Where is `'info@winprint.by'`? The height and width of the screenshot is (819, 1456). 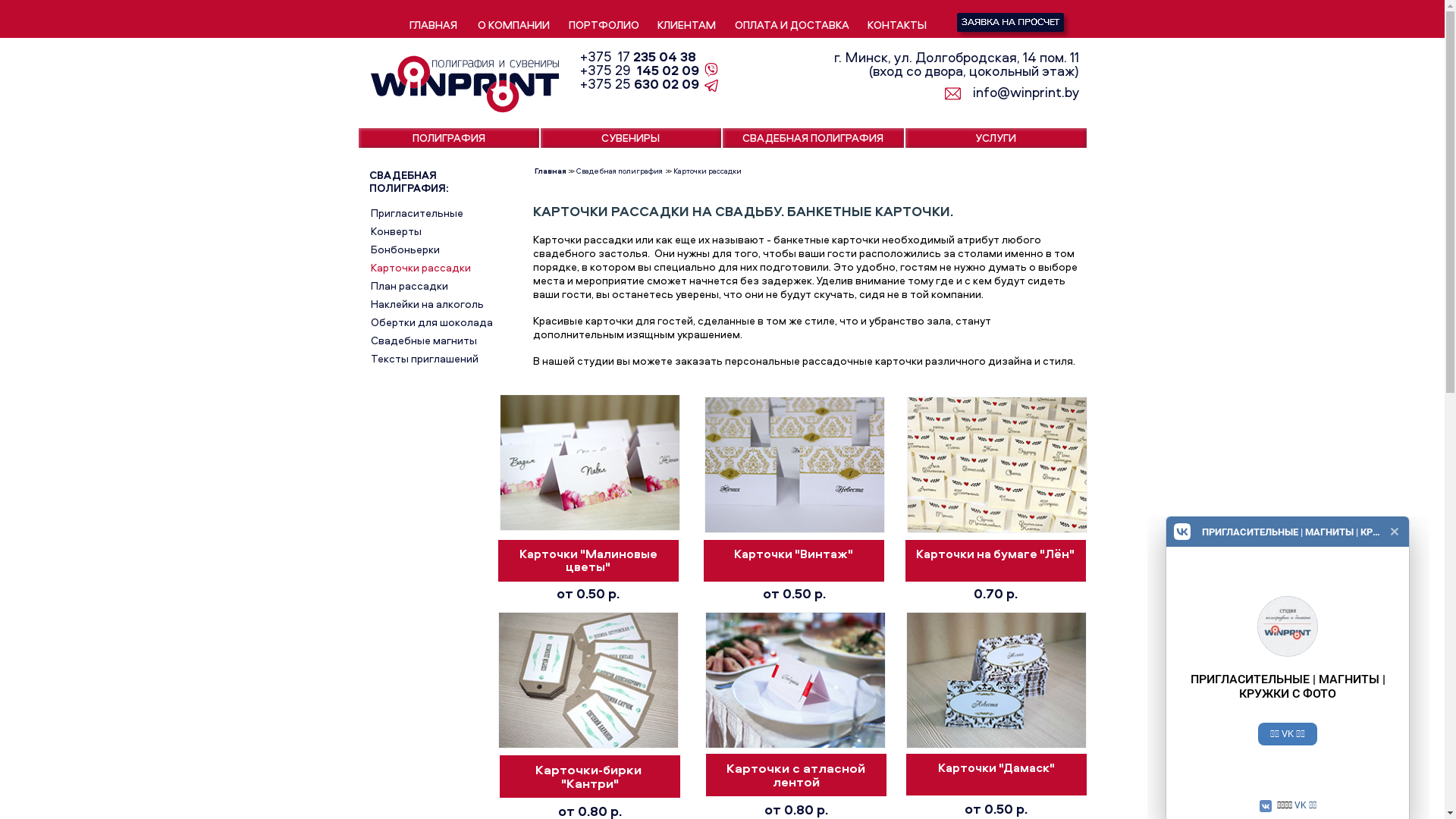
'info@winprint.by' is located at coordinates (1016, 93).